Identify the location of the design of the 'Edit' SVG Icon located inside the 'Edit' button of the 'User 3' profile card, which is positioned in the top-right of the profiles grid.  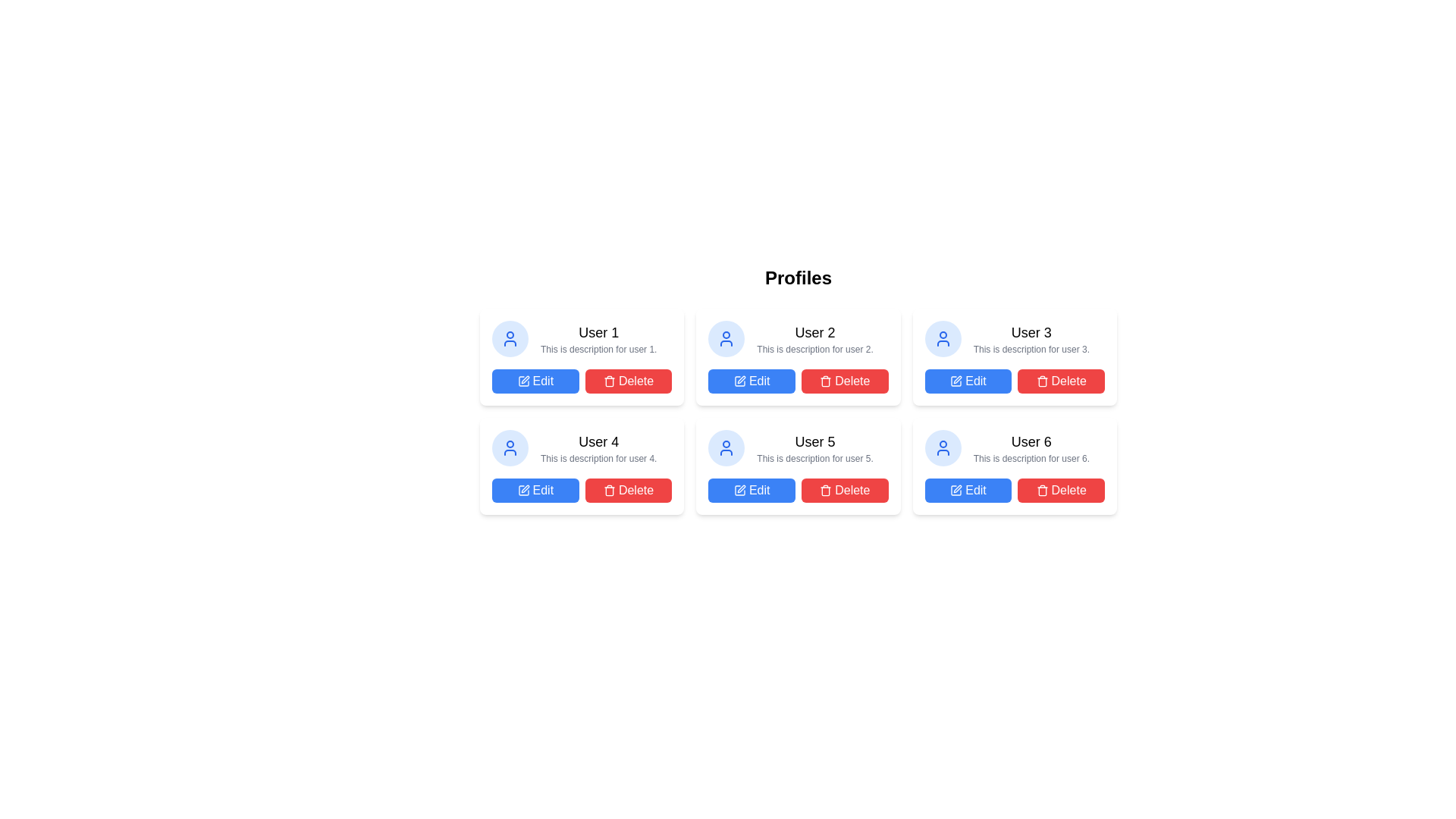
(955, 380).